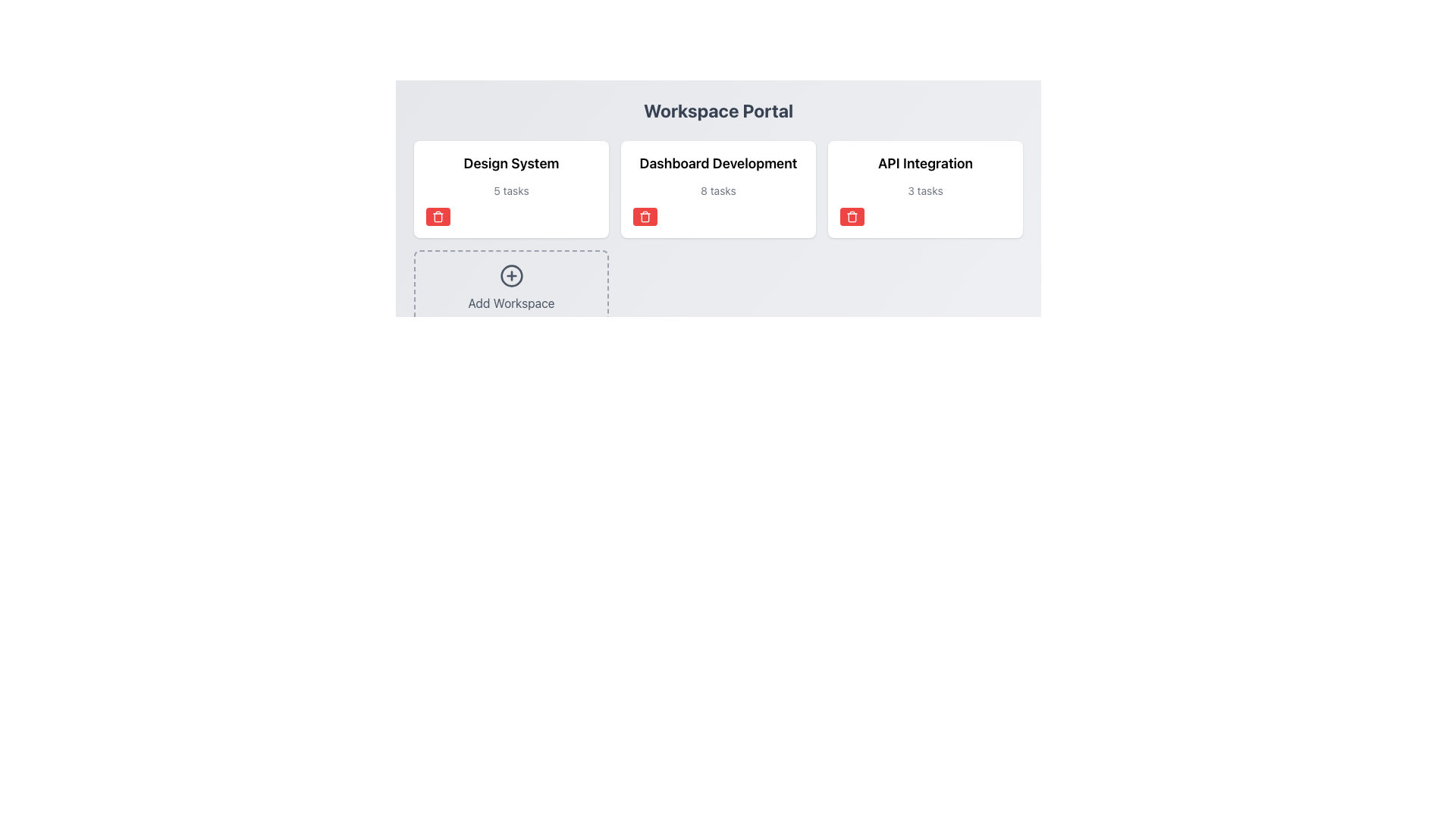 The width and height of the screenshot is (1456, 819). I want to click on the deletion button located in the bottom-left corner of the 'Design System' workspace card, just below the '5 tasks' text, so click(437, 216).